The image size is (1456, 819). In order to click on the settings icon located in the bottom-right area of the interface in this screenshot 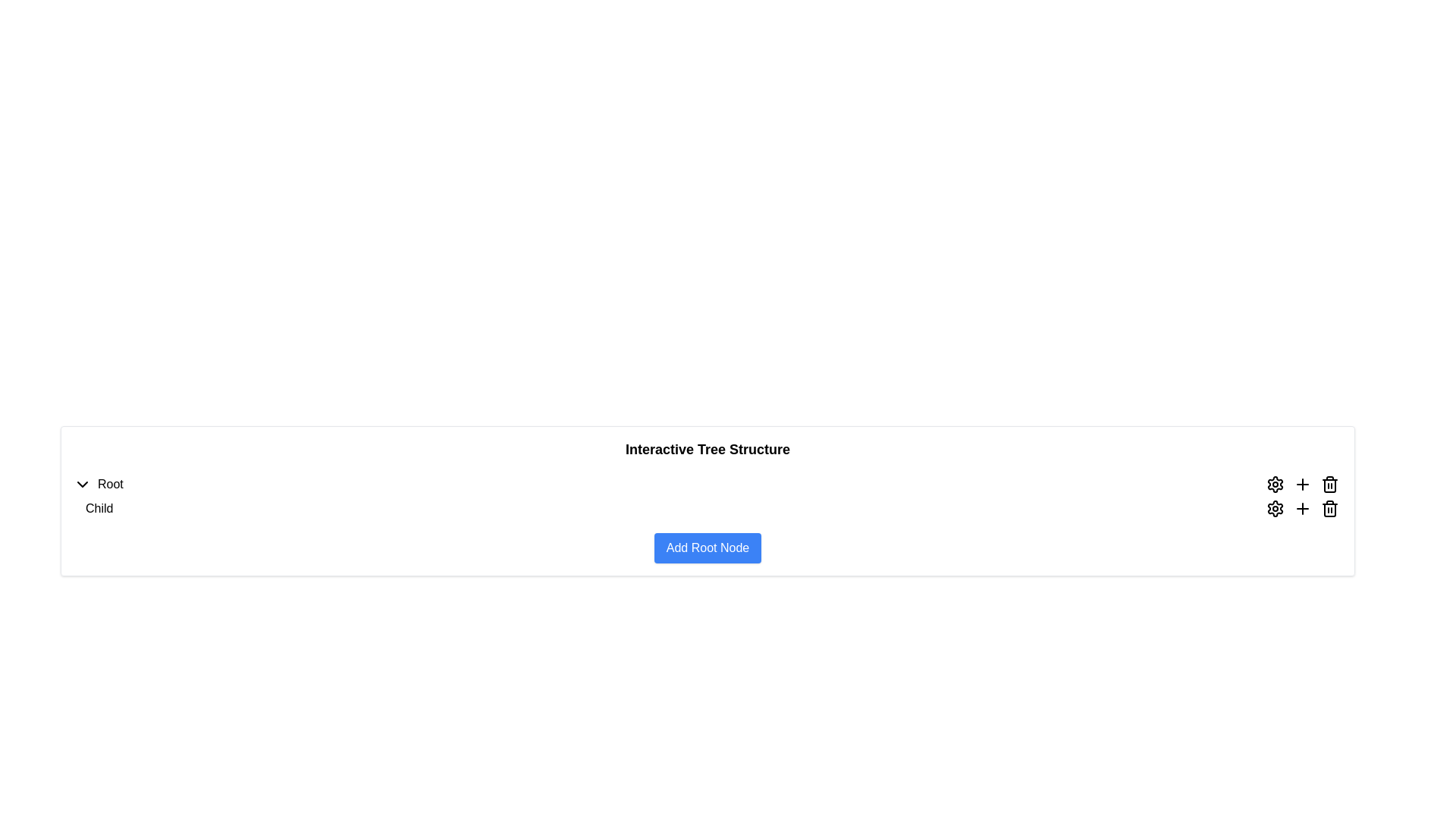, I will do `click(1274, 485)`.